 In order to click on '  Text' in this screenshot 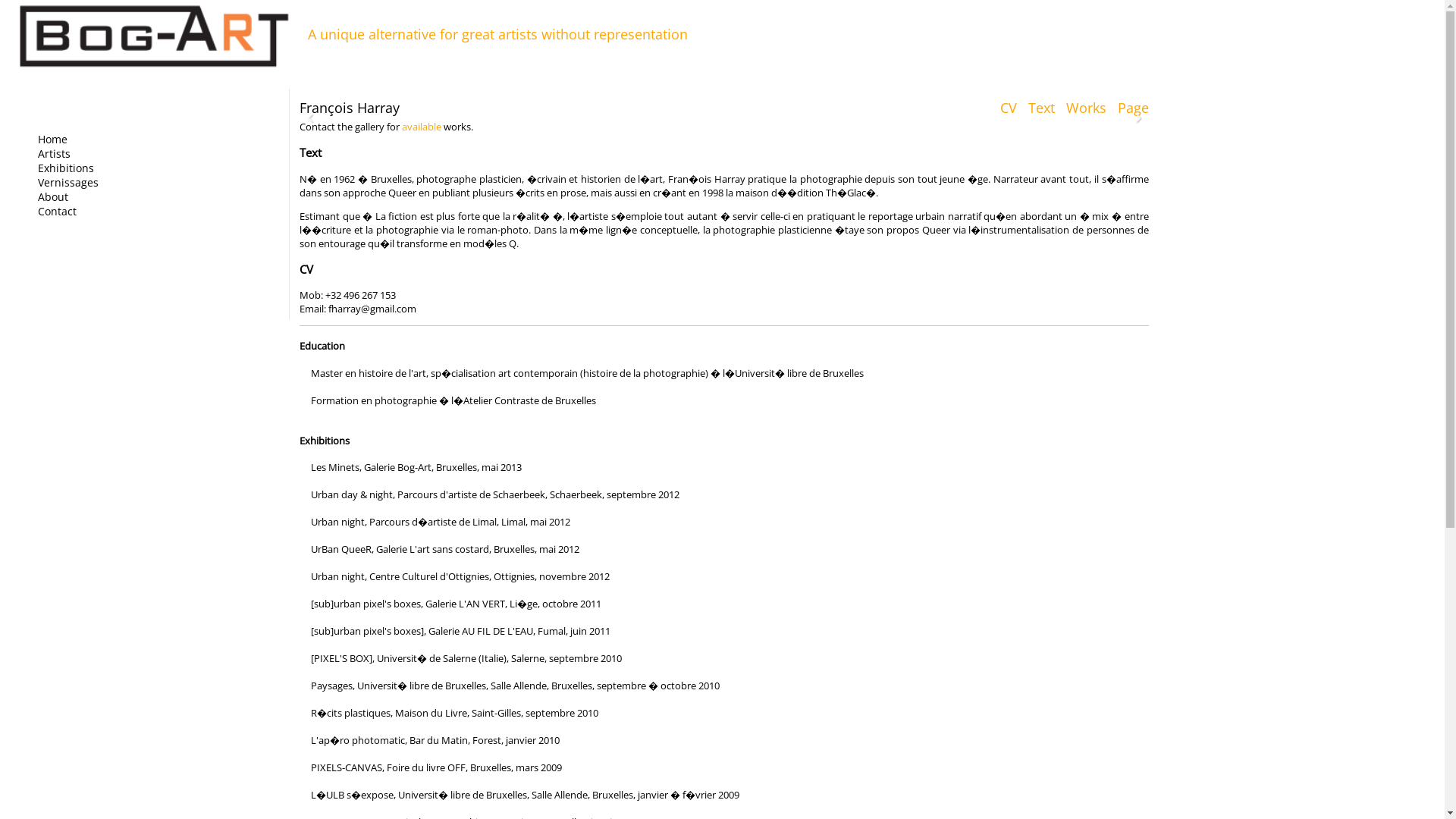, I will do `click(1037, 107)`.